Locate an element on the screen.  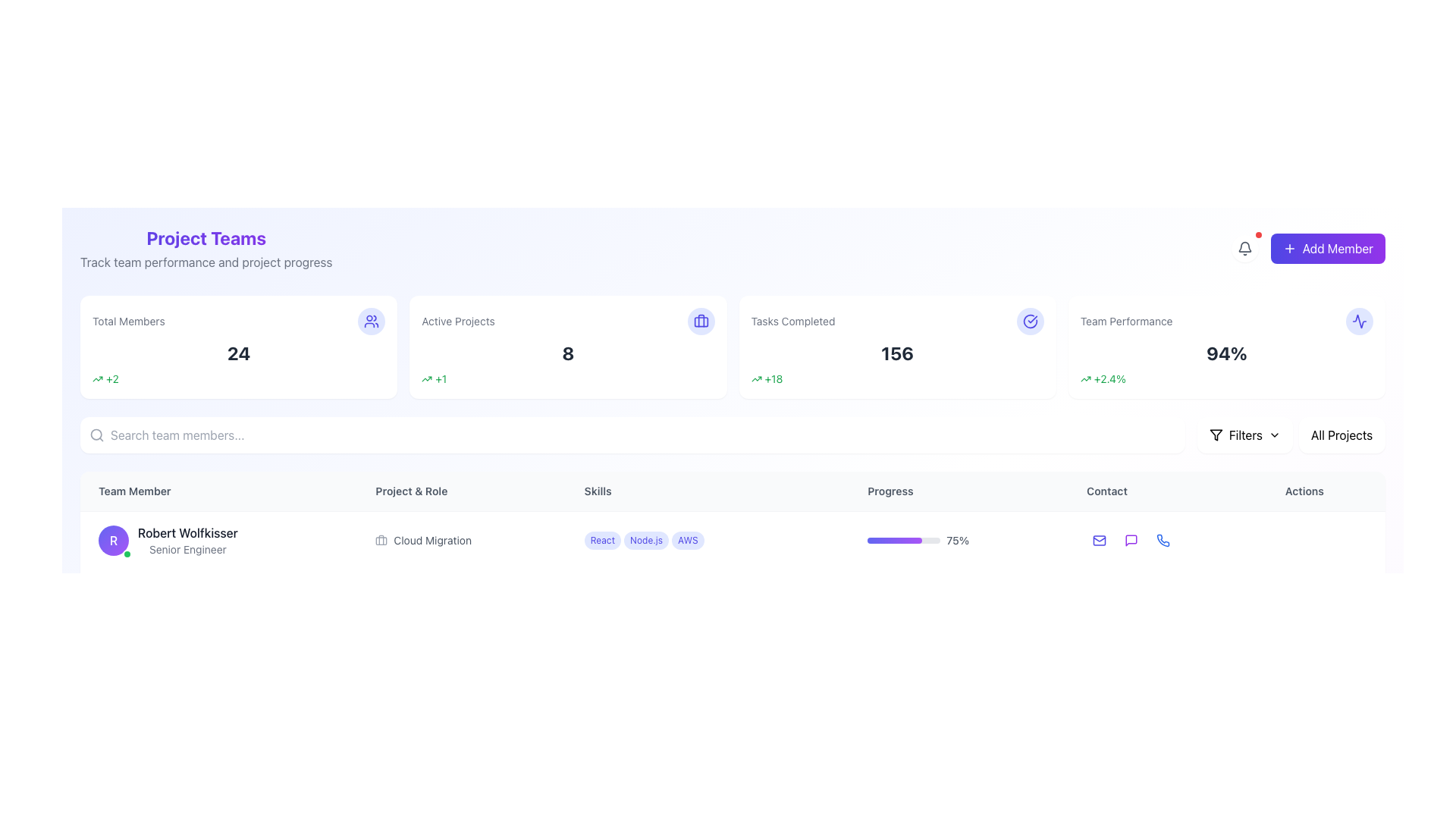
the Text Label that displays the progress percentage (75%) located to the right of the progress bar in the 'Progress' column of the table row is located at coordinates (957, 540).